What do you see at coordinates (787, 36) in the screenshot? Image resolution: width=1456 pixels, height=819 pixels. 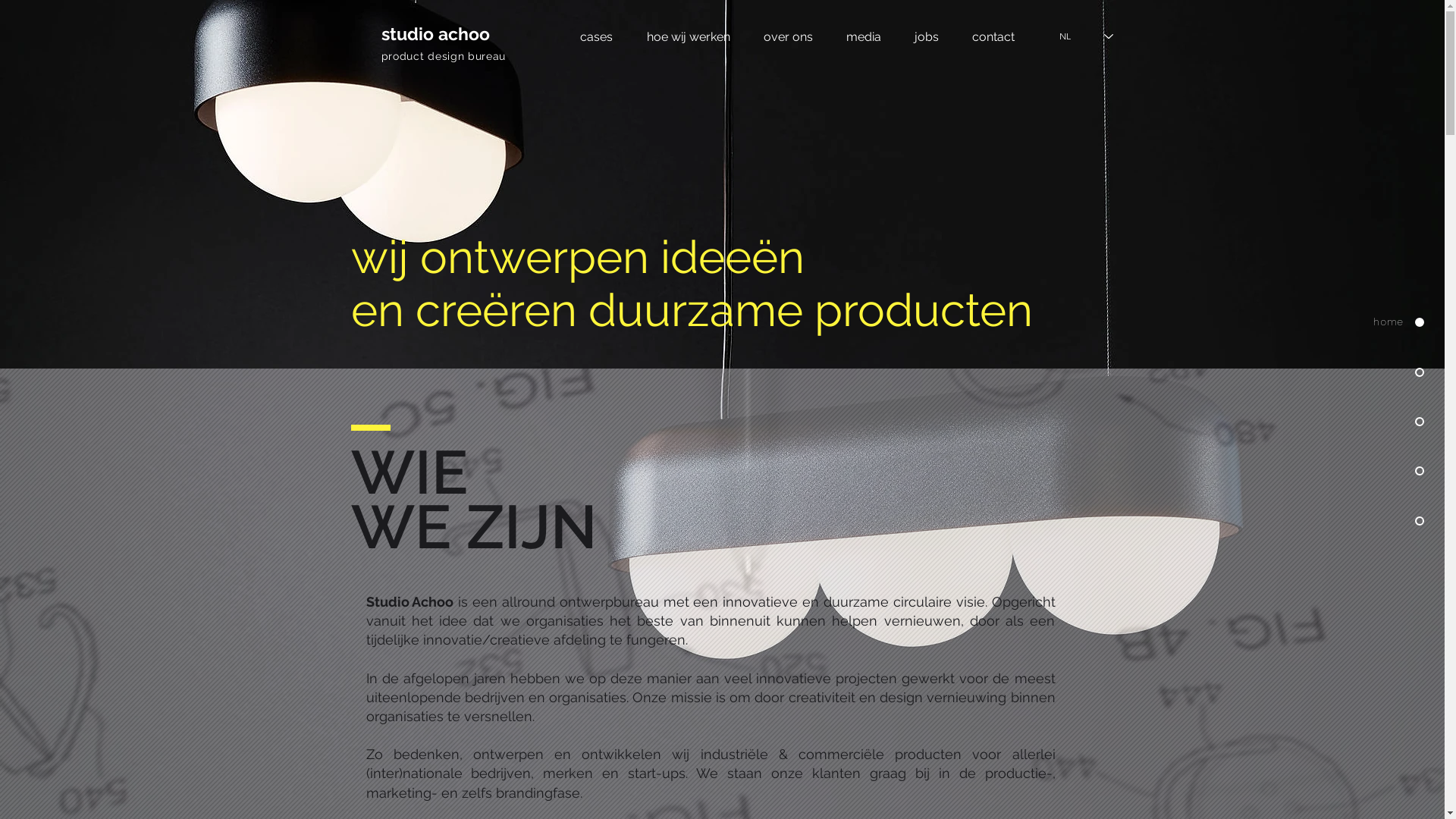 I see `'over ons'` at bounding box center [787, 36].